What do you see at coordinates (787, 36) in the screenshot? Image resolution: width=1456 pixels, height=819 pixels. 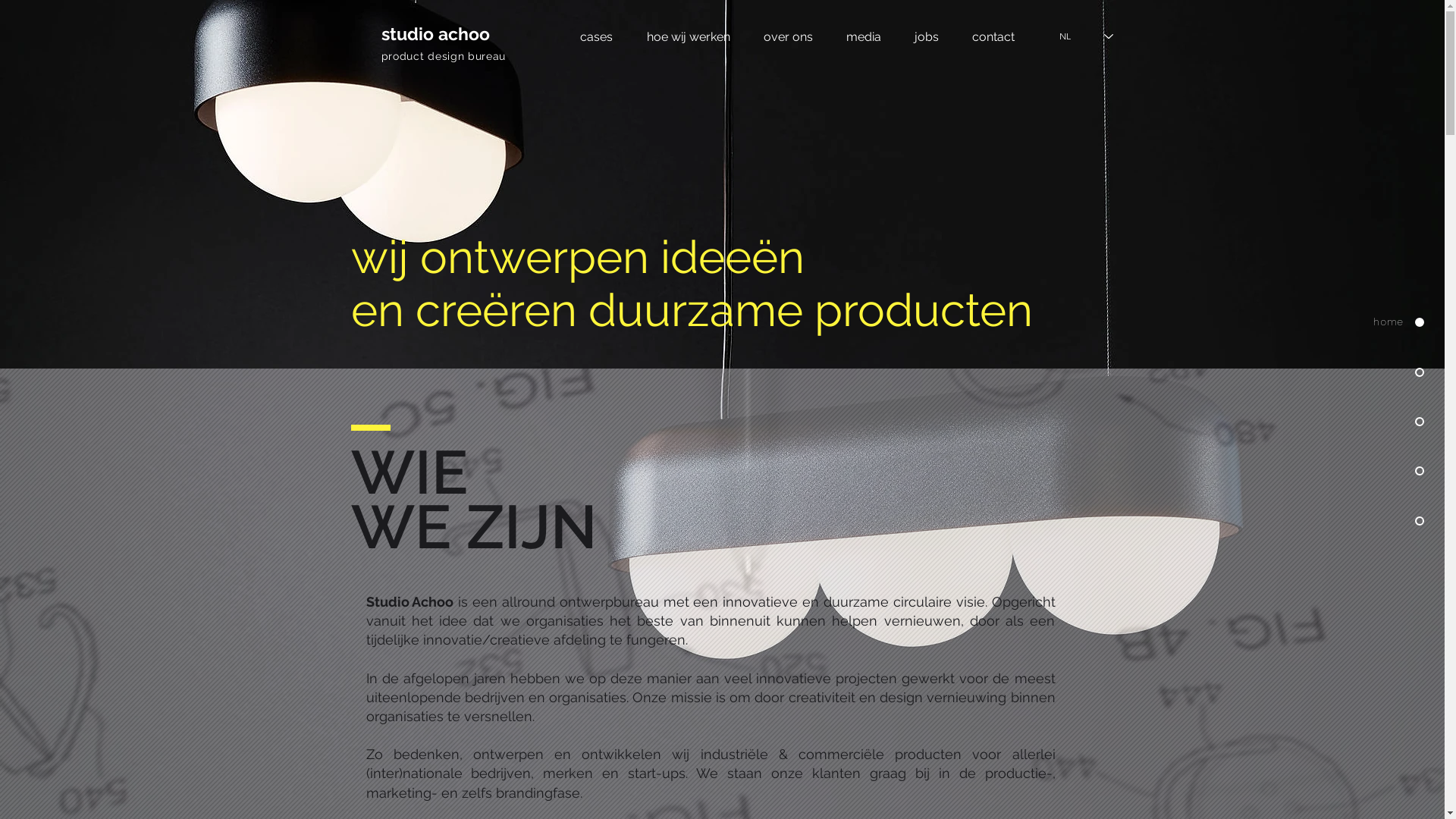 I see `'over ons'` at bounding box center [787, 36].